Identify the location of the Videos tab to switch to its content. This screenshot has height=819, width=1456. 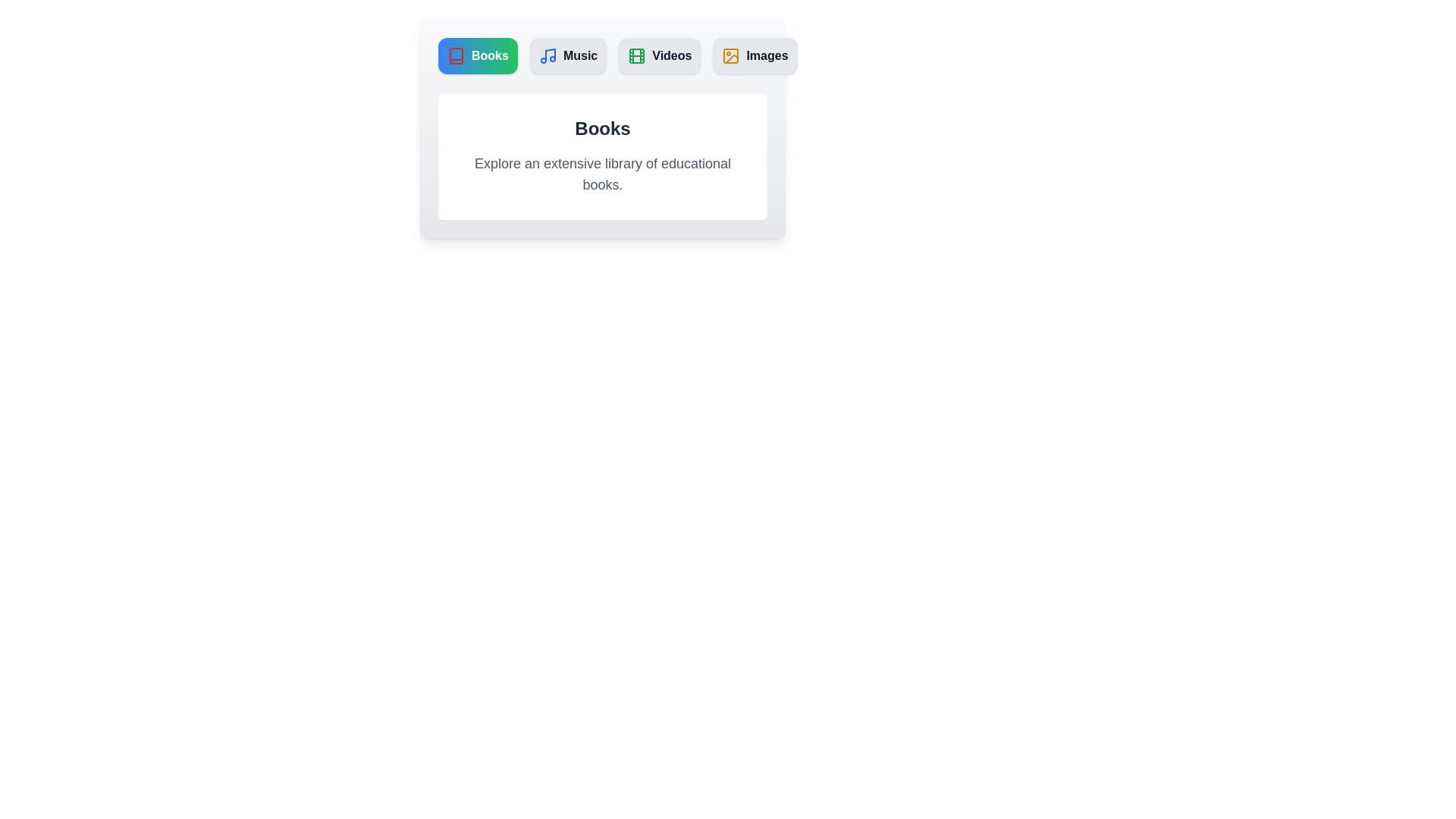
(659, 55).